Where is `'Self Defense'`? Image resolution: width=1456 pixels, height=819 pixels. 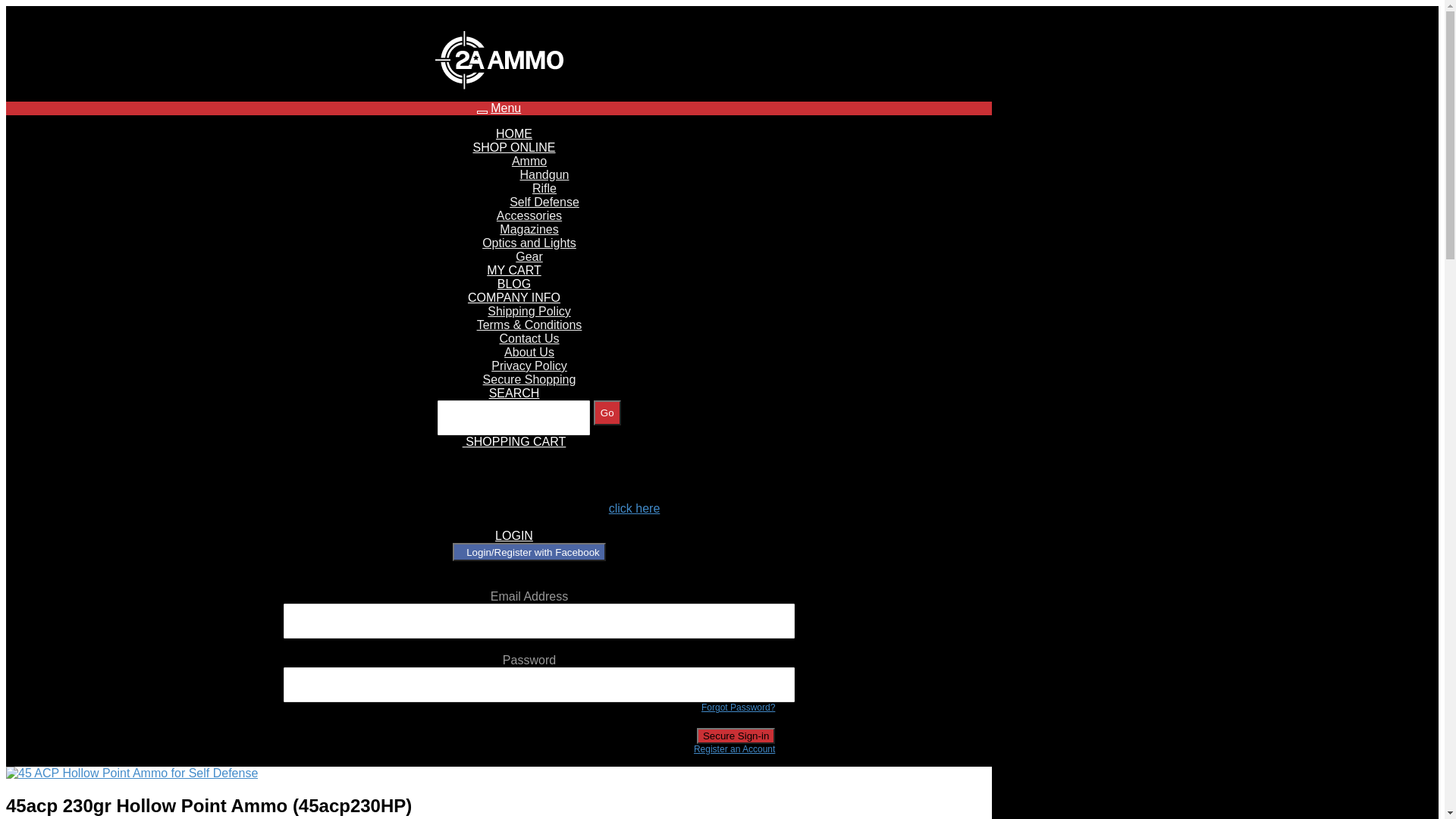 'Self Defense' is located at coordinates (544, 201).